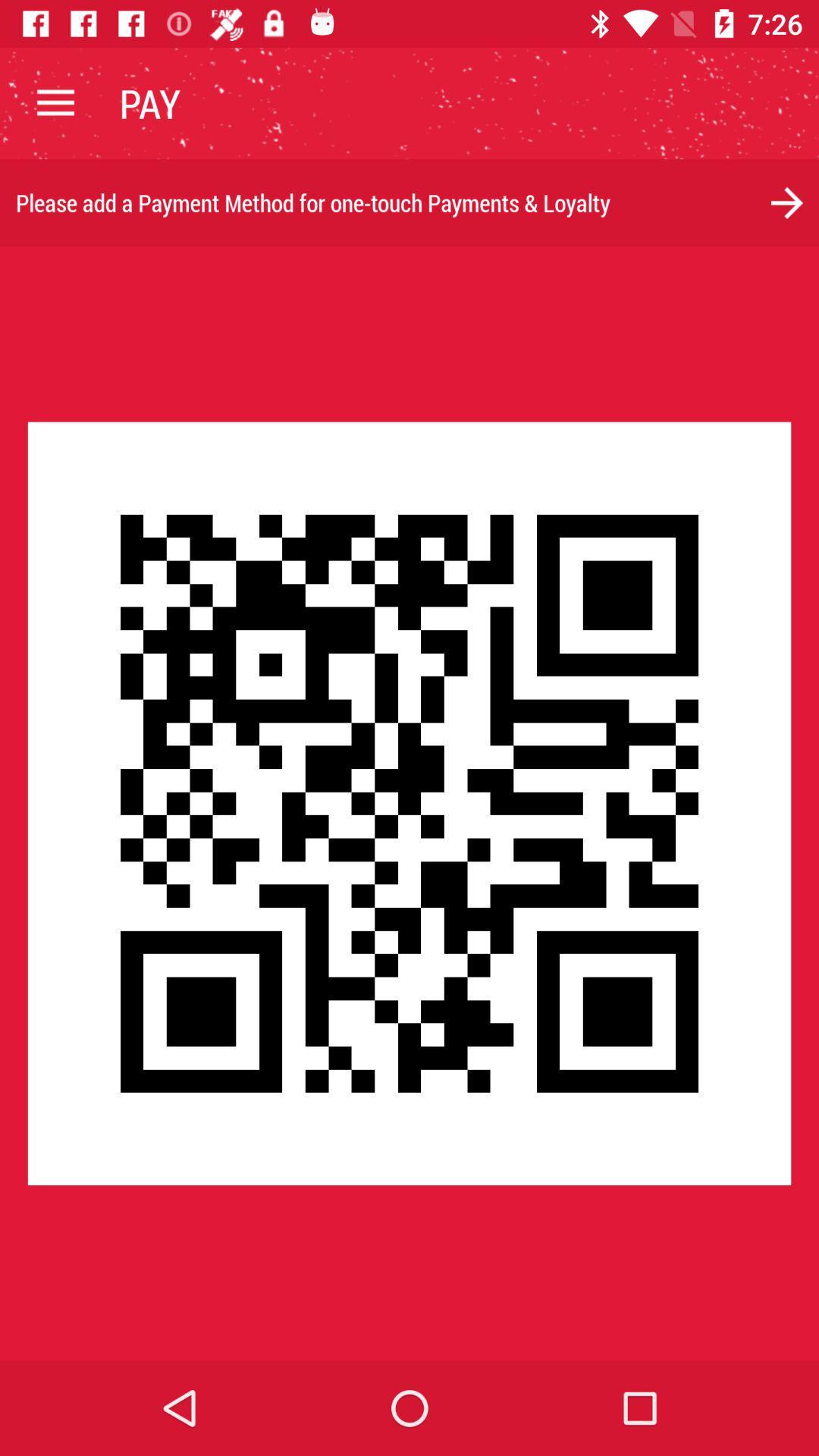 Image resolution: width=819 pixels, height=1456 pixels. I want to click on the item above please add a, so click(55, 102).